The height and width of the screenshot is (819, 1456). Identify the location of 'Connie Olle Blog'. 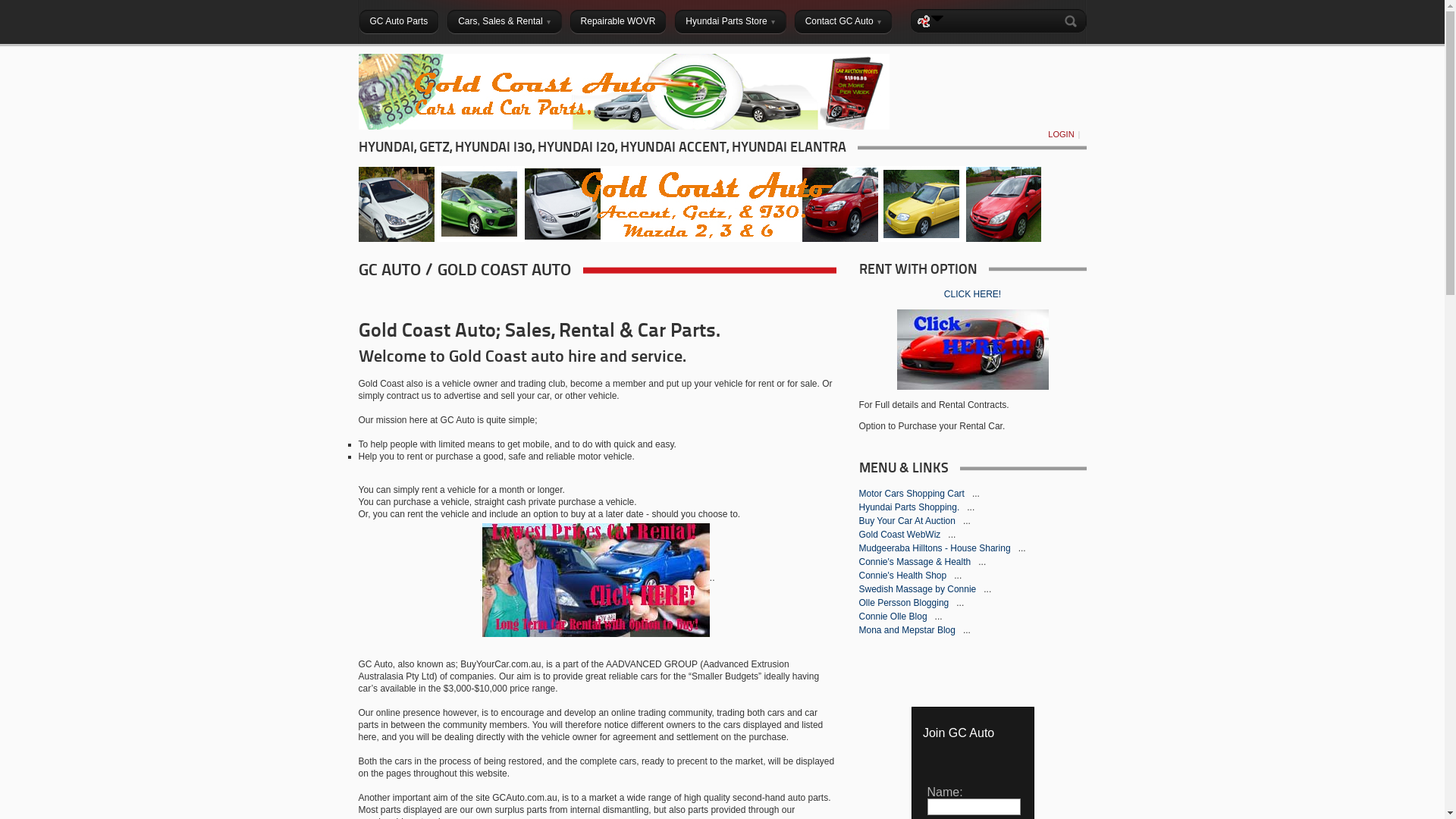
(893, 617).